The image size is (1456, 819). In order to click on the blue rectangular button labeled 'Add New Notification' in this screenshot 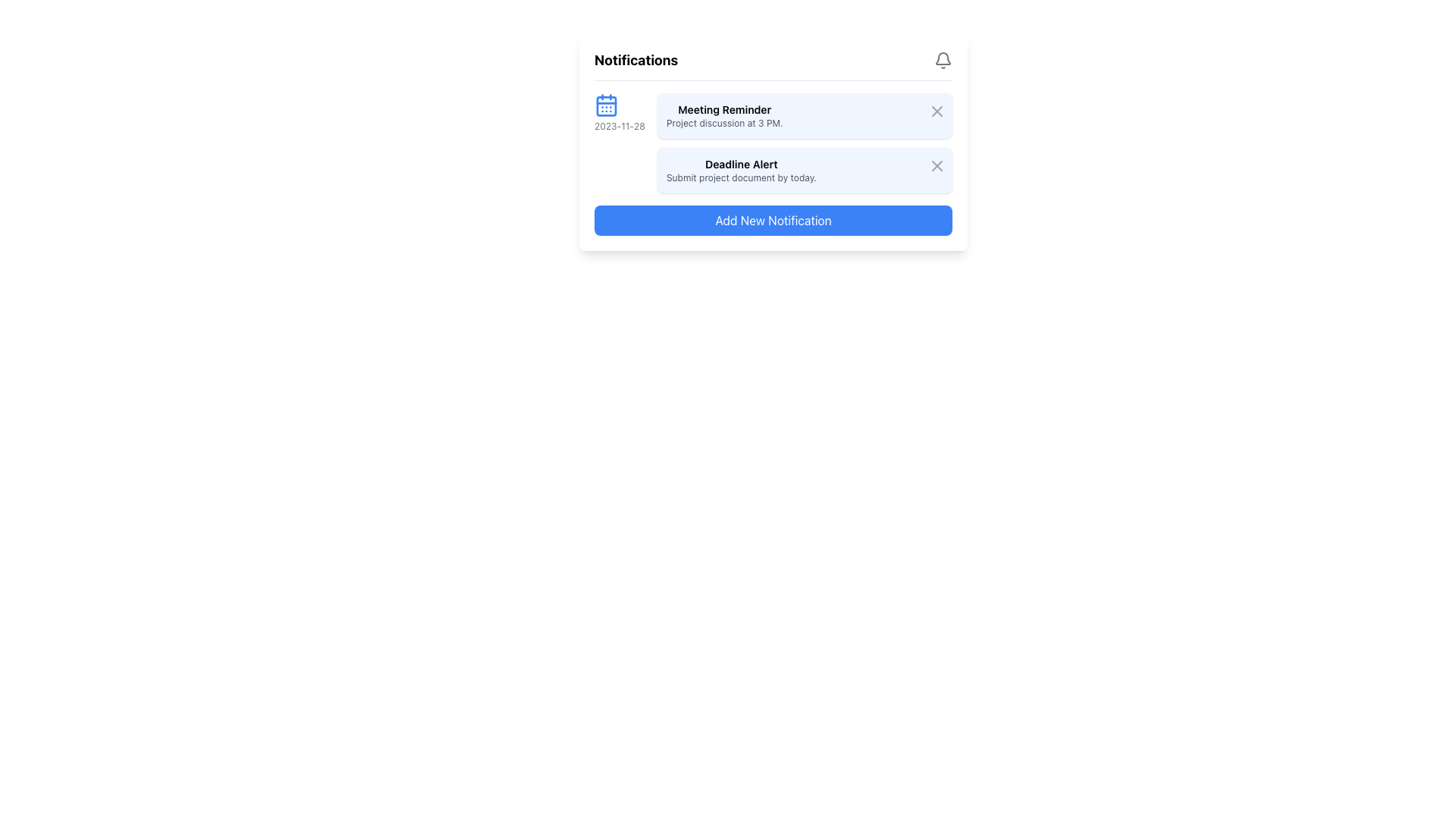, I will do `click(773, 220)`.